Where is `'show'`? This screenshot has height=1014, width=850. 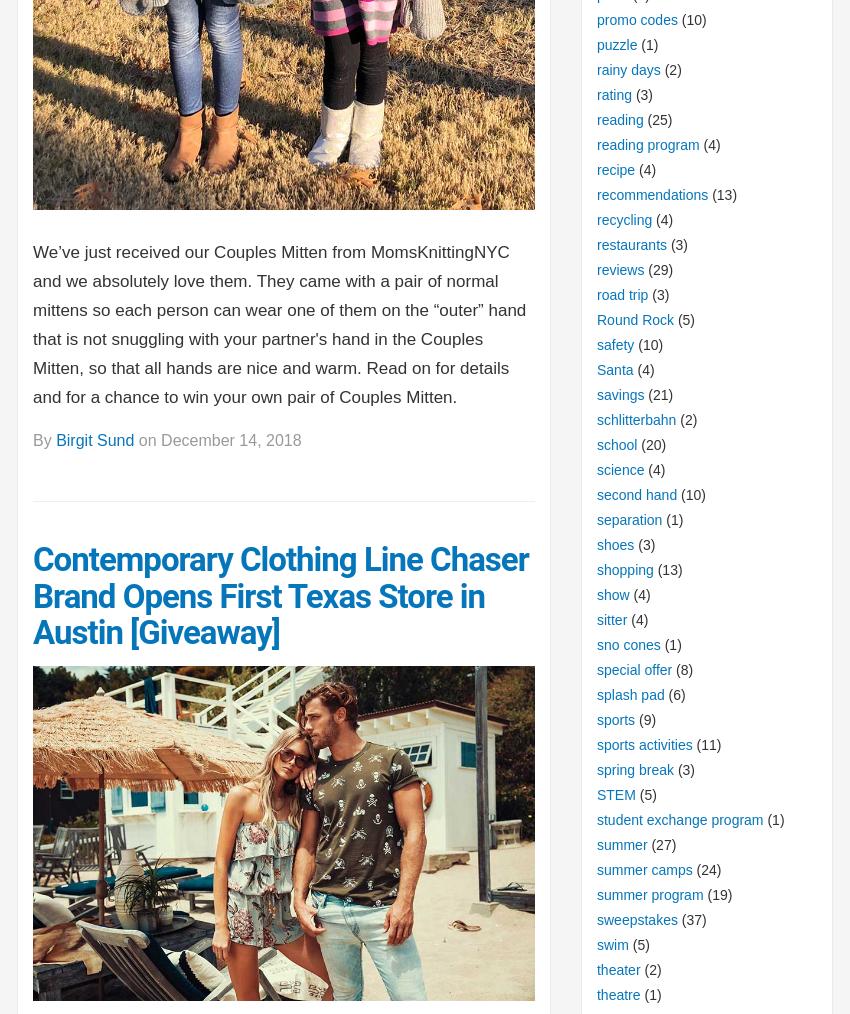
'show' is located at coordinates (611, 594).